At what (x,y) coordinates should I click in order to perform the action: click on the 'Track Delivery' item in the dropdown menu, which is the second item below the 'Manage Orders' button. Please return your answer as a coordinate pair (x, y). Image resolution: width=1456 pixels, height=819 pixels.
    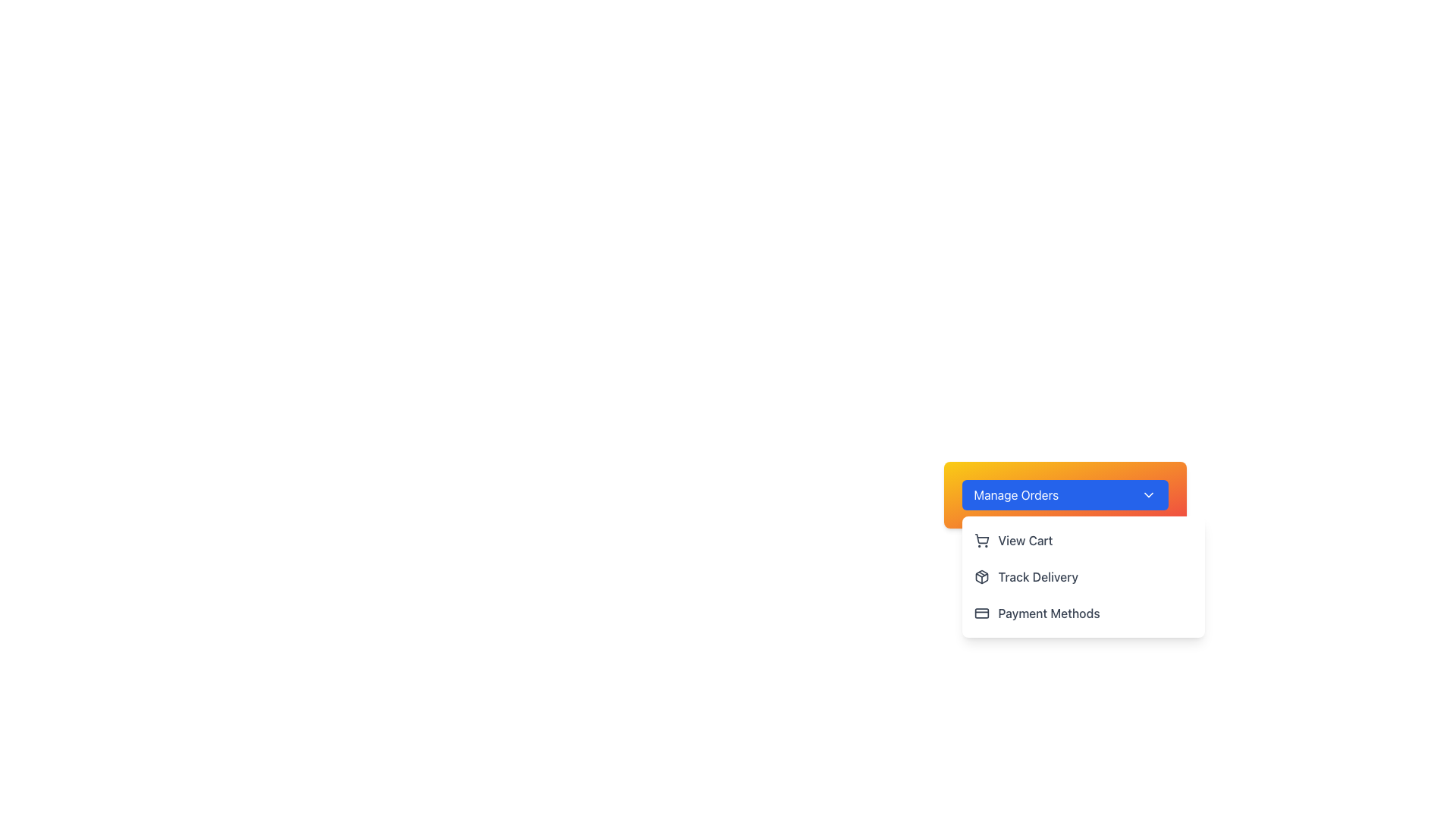
    Looking at the image, I should click on (1082, 576).